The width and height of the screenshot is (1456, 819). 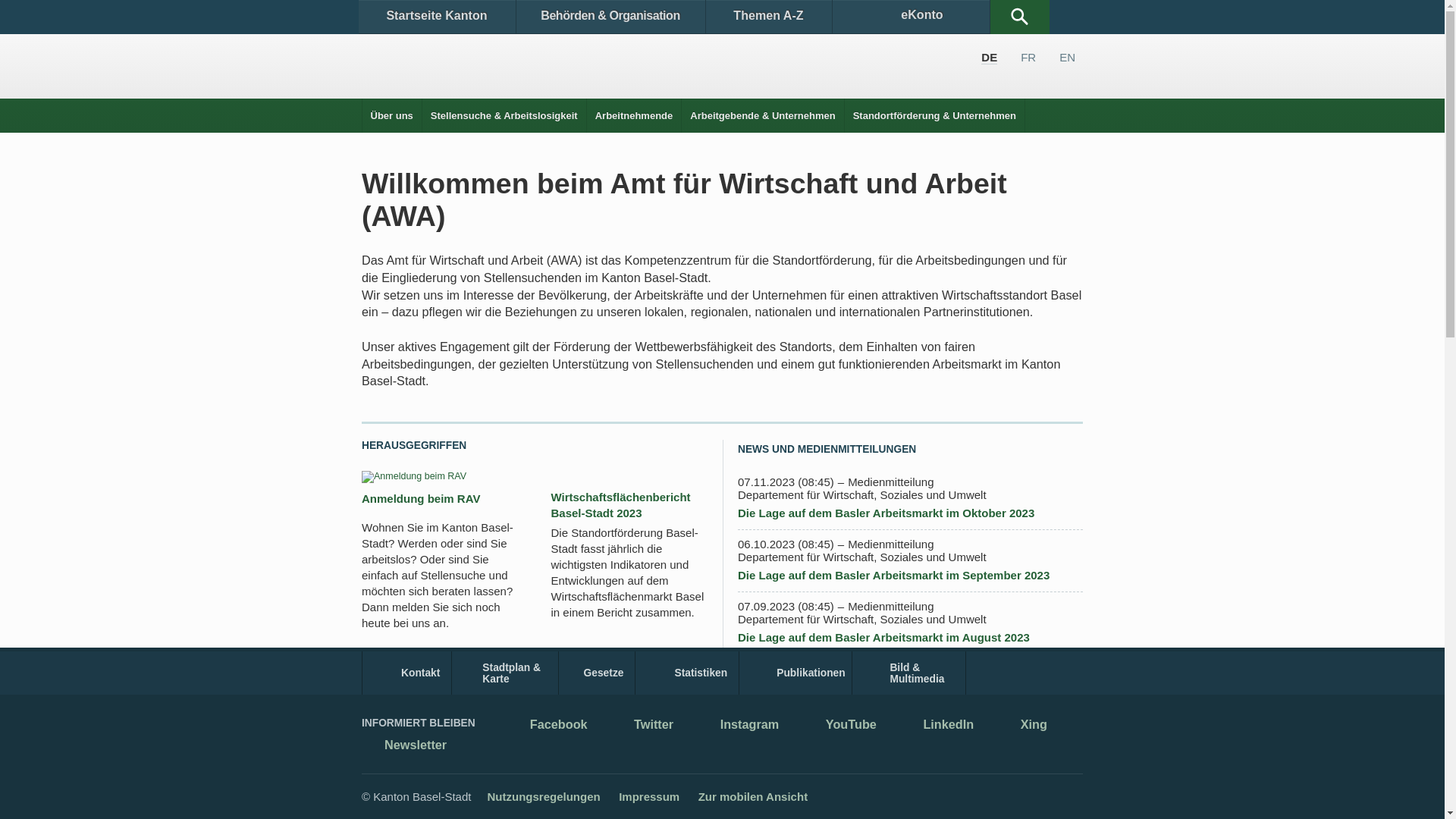 What do you see at coordinates (997, 724) in the screenshot?
I see `'Xing'` at bounding box center [997, 724].